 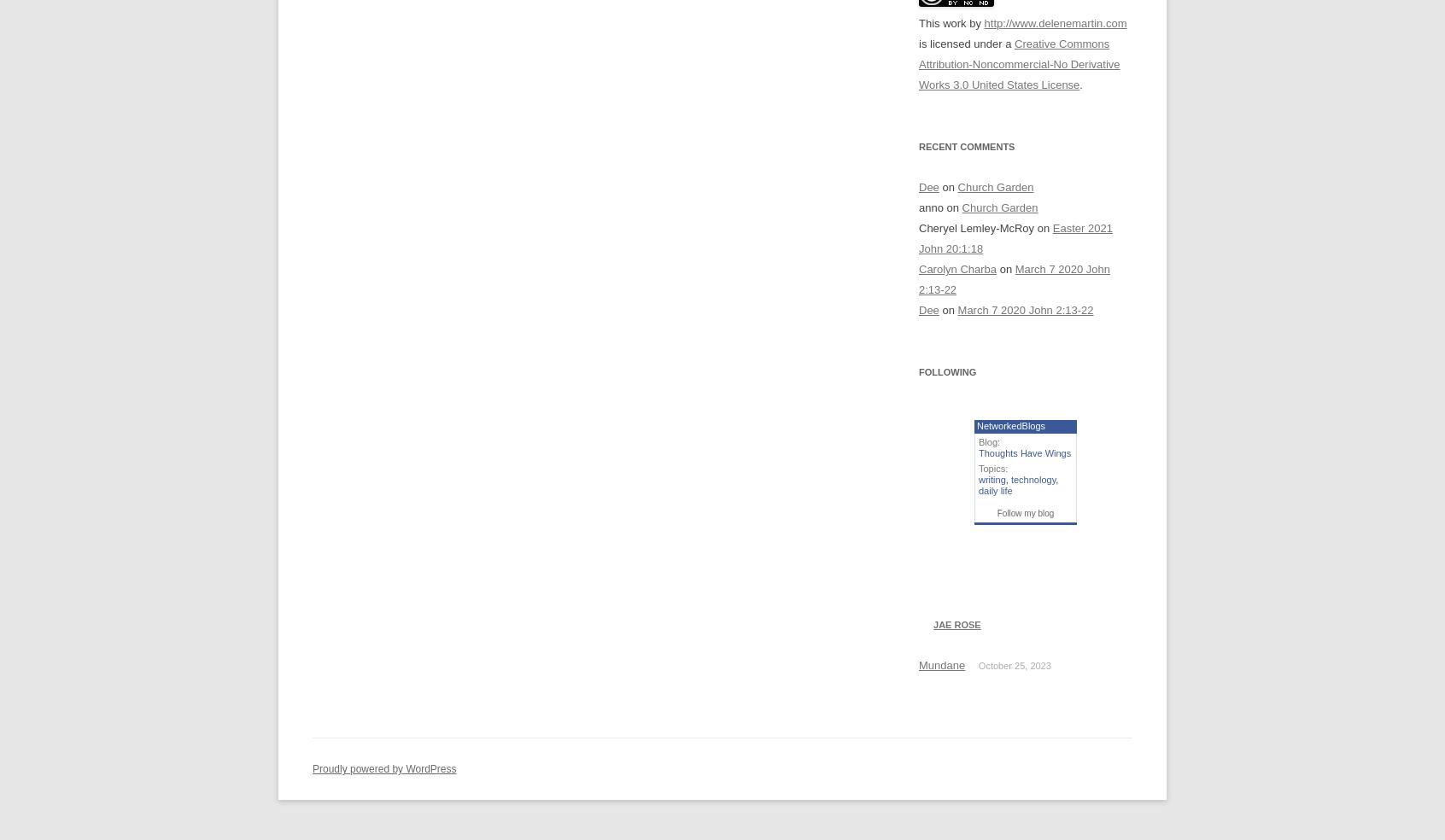 What do you see at coordinates (918, 268) in the screenshot?
I see `'Carolyn Charba'` at bounding box center [918, 268].